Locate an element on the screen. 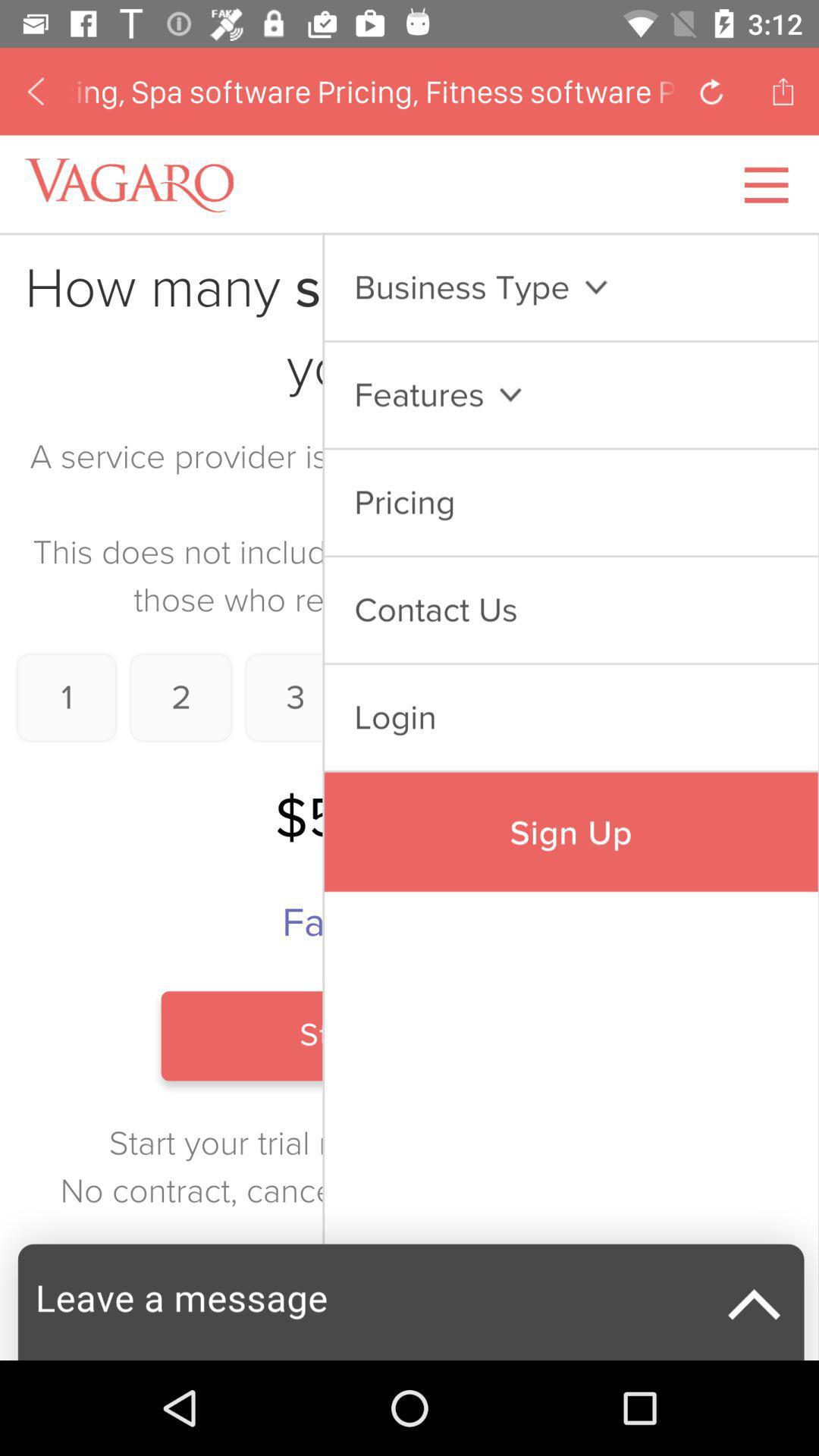  previous is located at coordinates (35, 90).